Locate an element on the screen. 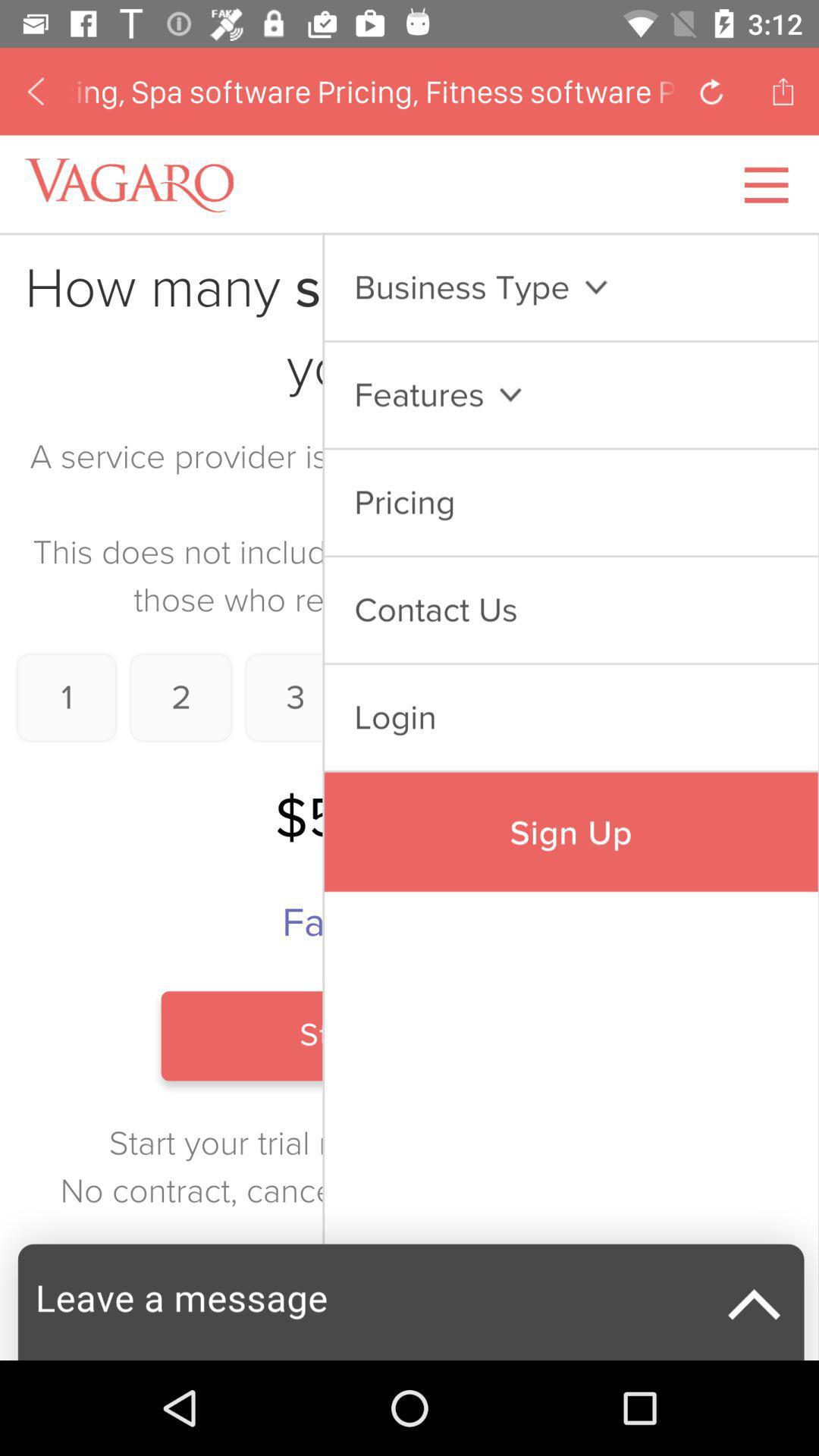  previous is located at coordinates (35, 90).